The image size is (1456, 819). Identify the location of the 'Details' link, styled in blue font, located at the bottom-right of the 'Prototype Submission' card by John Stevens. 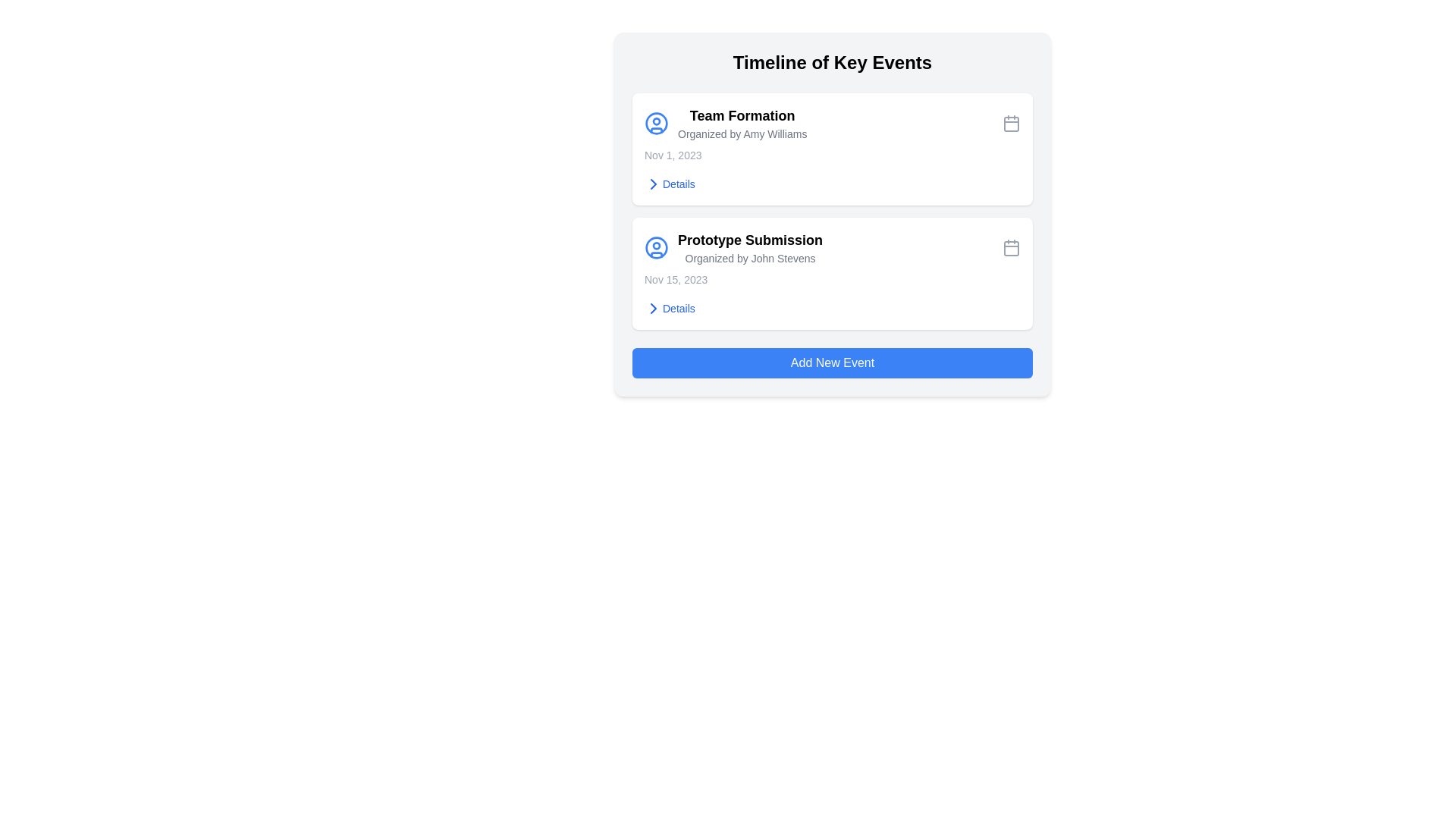
(669, 308).